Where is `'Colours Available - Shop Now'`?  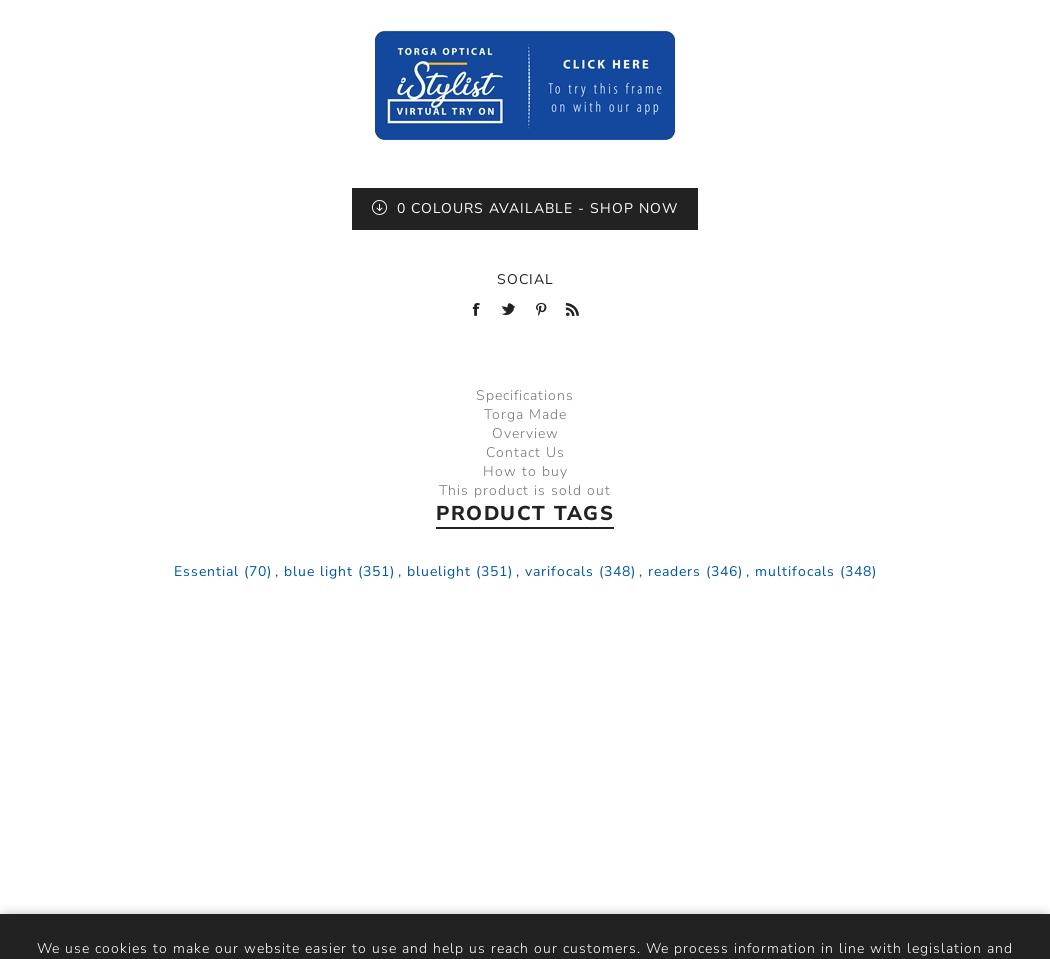
'Colours Available - Shop Now' is located at coordinates (544, 208).